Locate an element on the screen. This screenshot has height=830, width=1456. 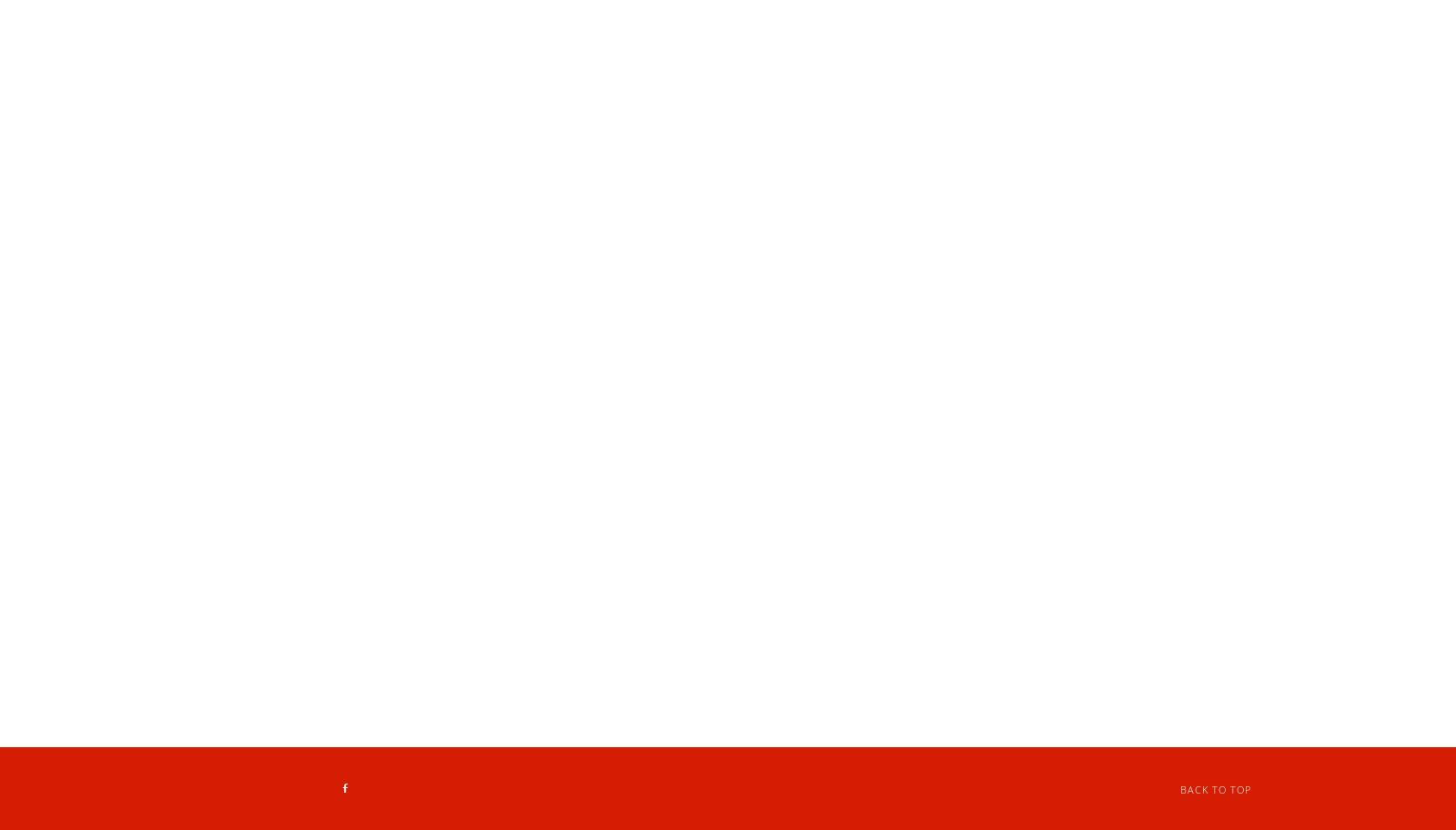
'Cup, plate, napkin, utensil set.  $0.85/per person' is located at coordinates (533, 439).